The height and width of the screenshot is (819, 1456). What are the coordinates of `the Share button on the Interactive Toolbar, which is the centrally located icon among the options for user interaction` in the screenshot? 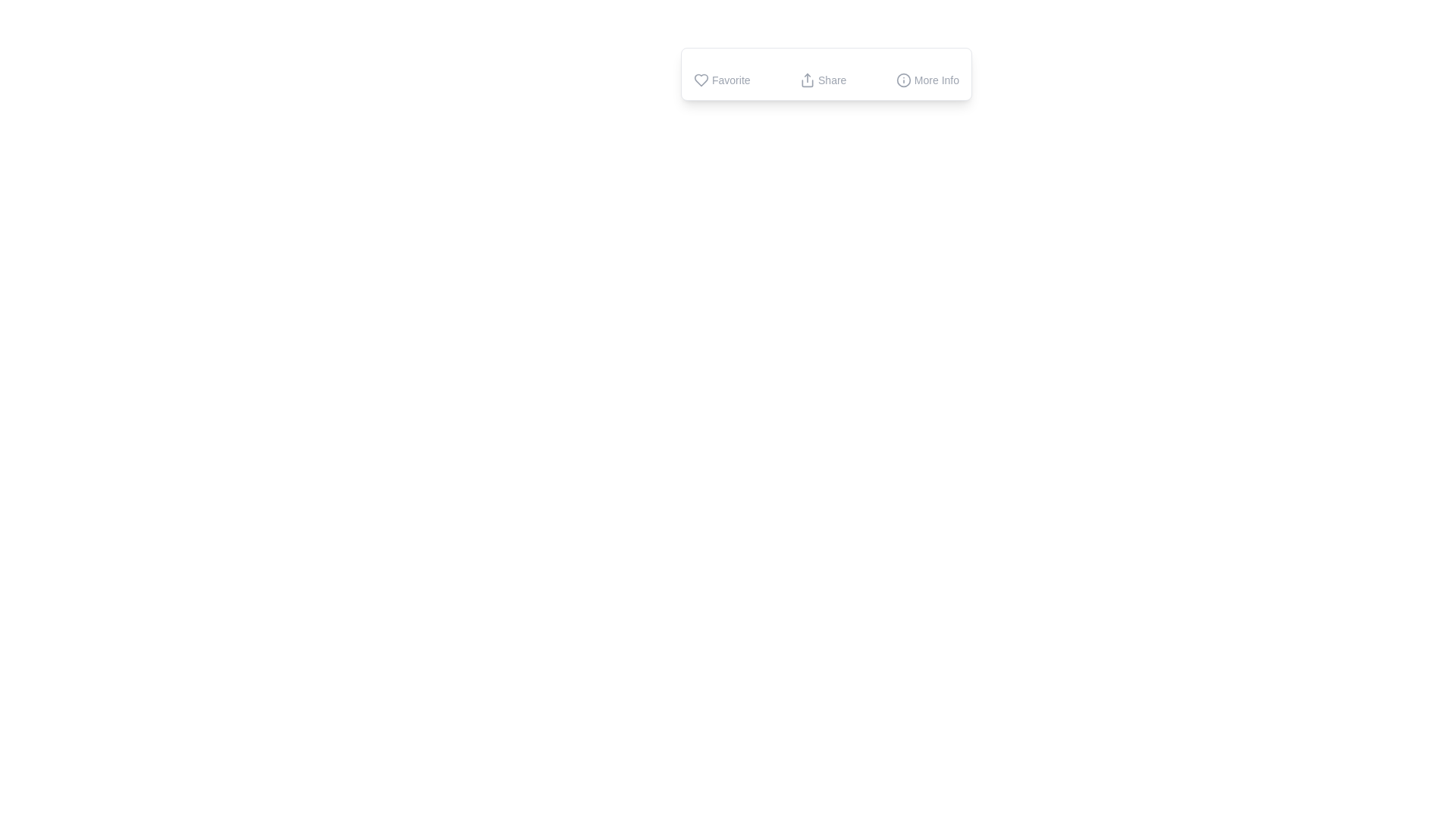 It's located at (825, 74).